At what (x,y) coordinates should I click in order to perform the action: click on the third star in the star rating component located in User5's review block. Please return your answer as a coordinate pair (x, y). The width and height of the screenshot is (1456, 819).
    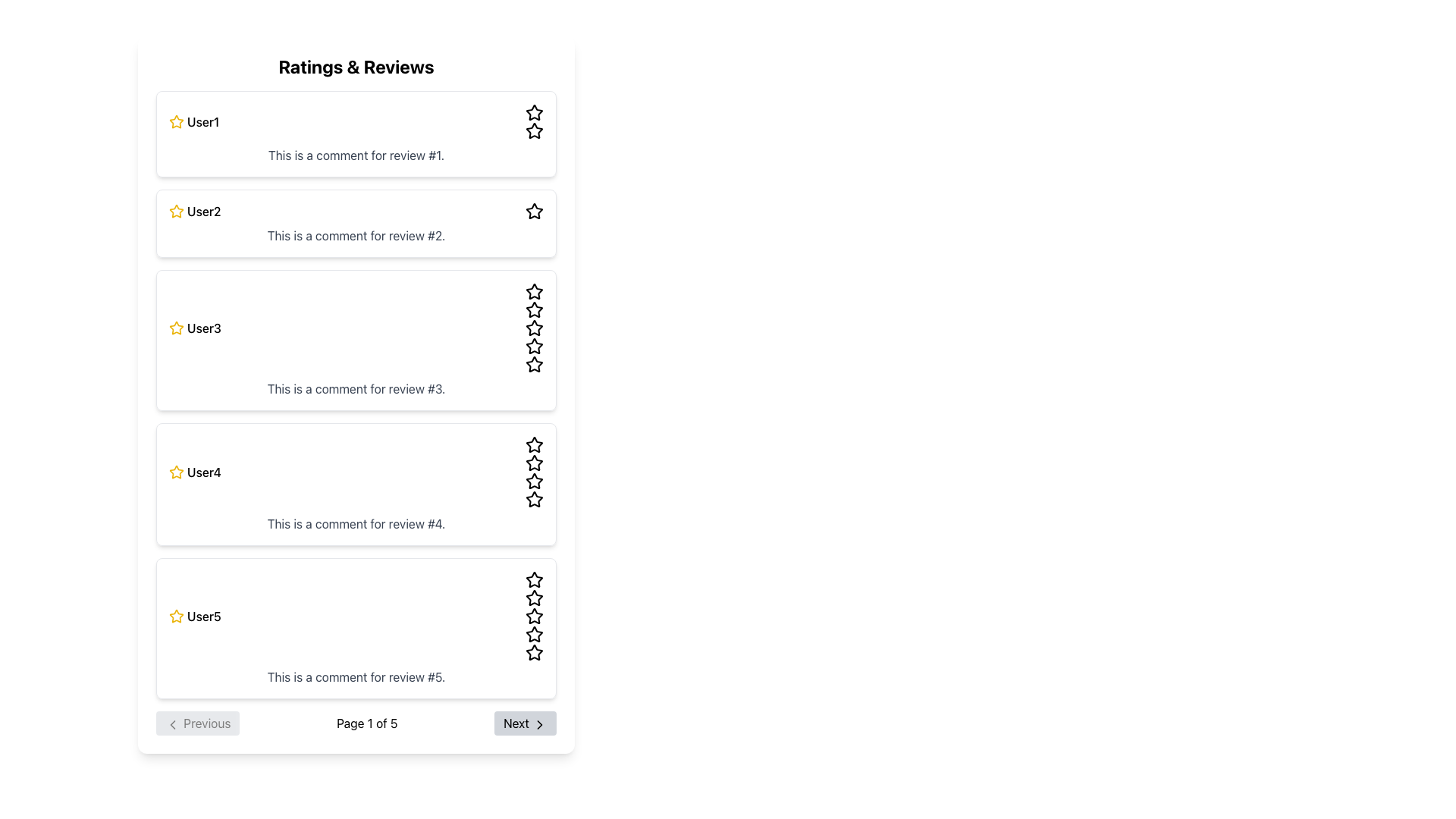
    Looking at the image, I should click on (535, 616).